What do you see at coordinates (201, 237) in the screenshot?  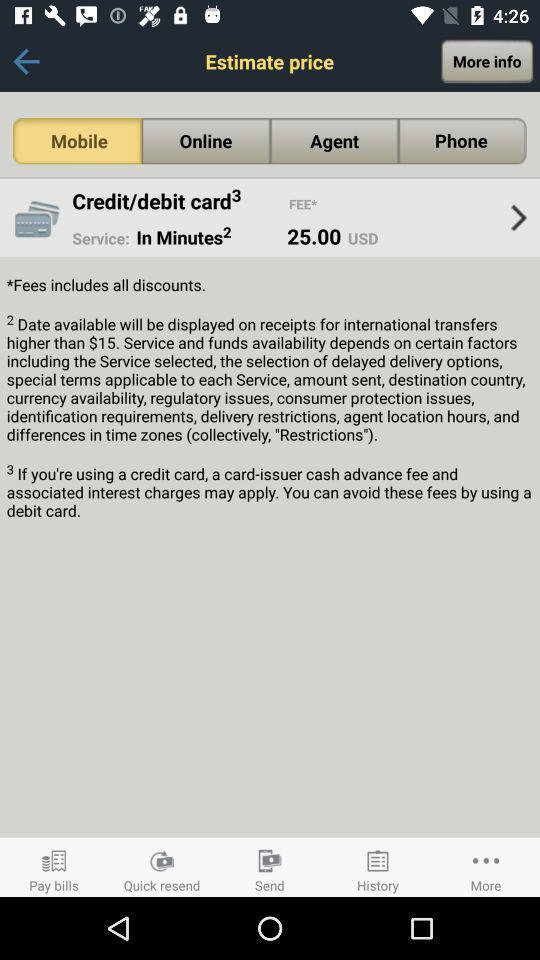 I see `in minutes2 item` at bounding box center [201, 237].